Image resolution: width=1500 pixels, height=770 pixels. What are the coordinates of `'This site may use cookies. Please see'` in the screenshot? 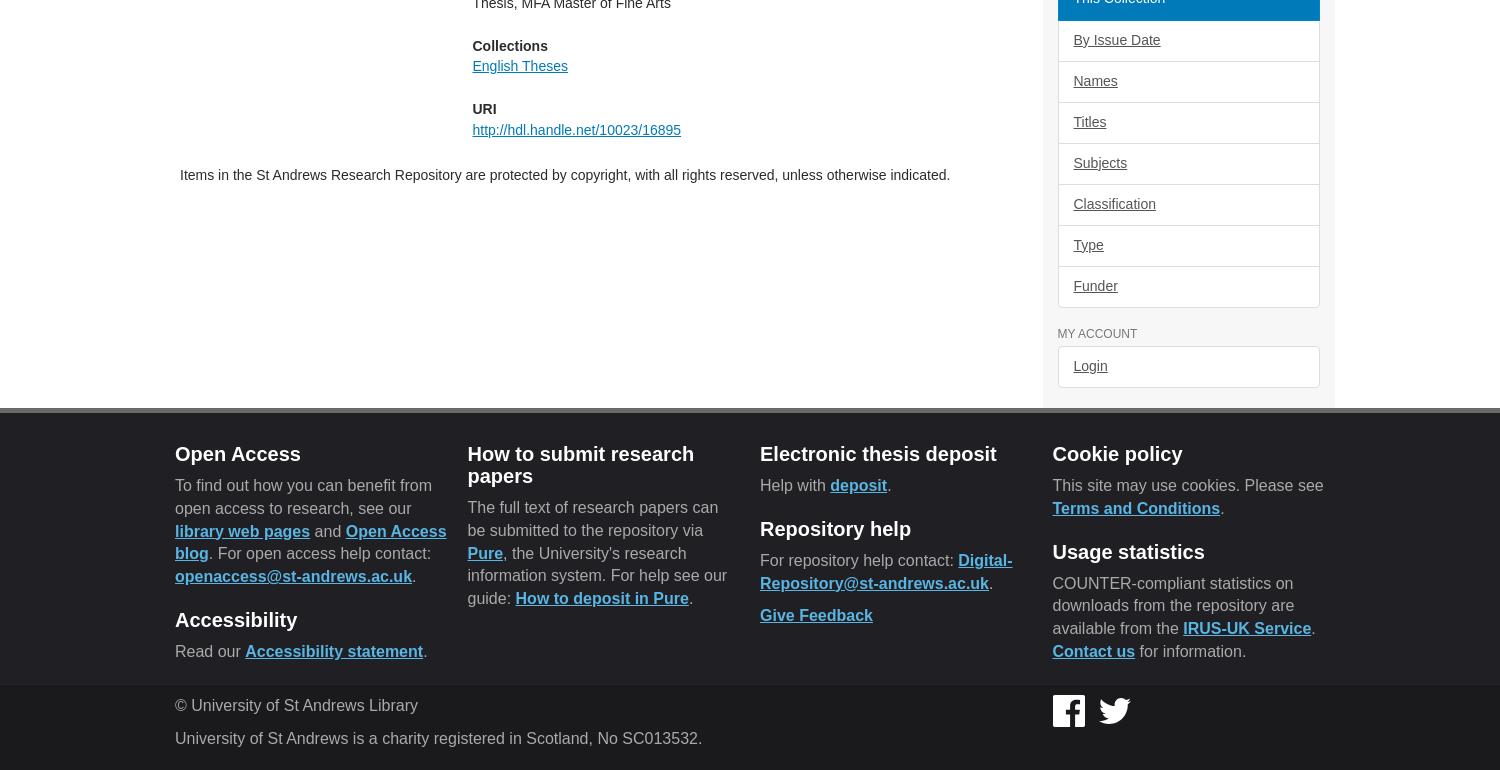 It's located at (1187, 483).